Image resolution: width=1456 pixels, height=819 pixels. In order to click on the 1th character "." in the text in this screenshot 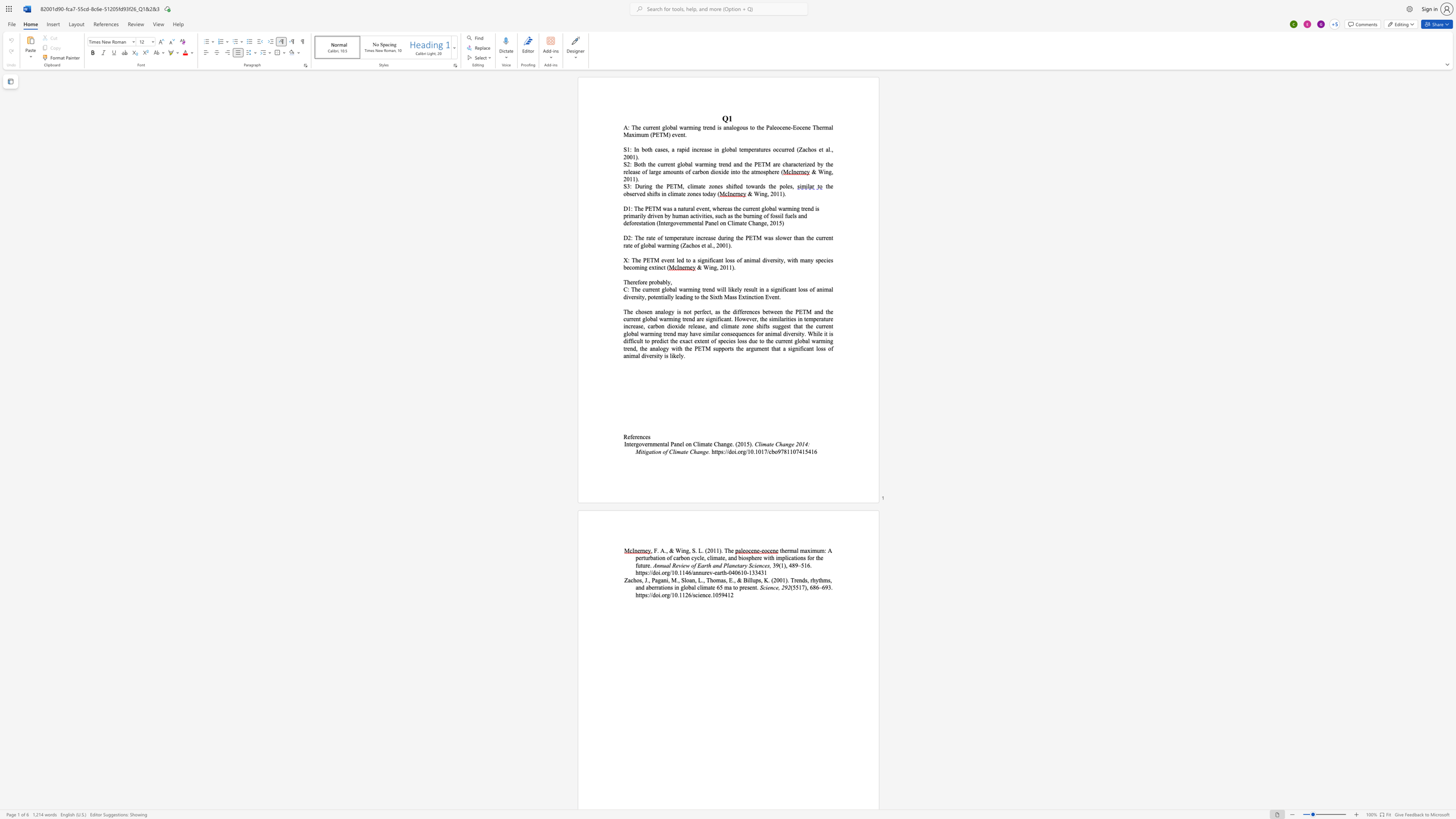, I will do `click(638, 179)`.